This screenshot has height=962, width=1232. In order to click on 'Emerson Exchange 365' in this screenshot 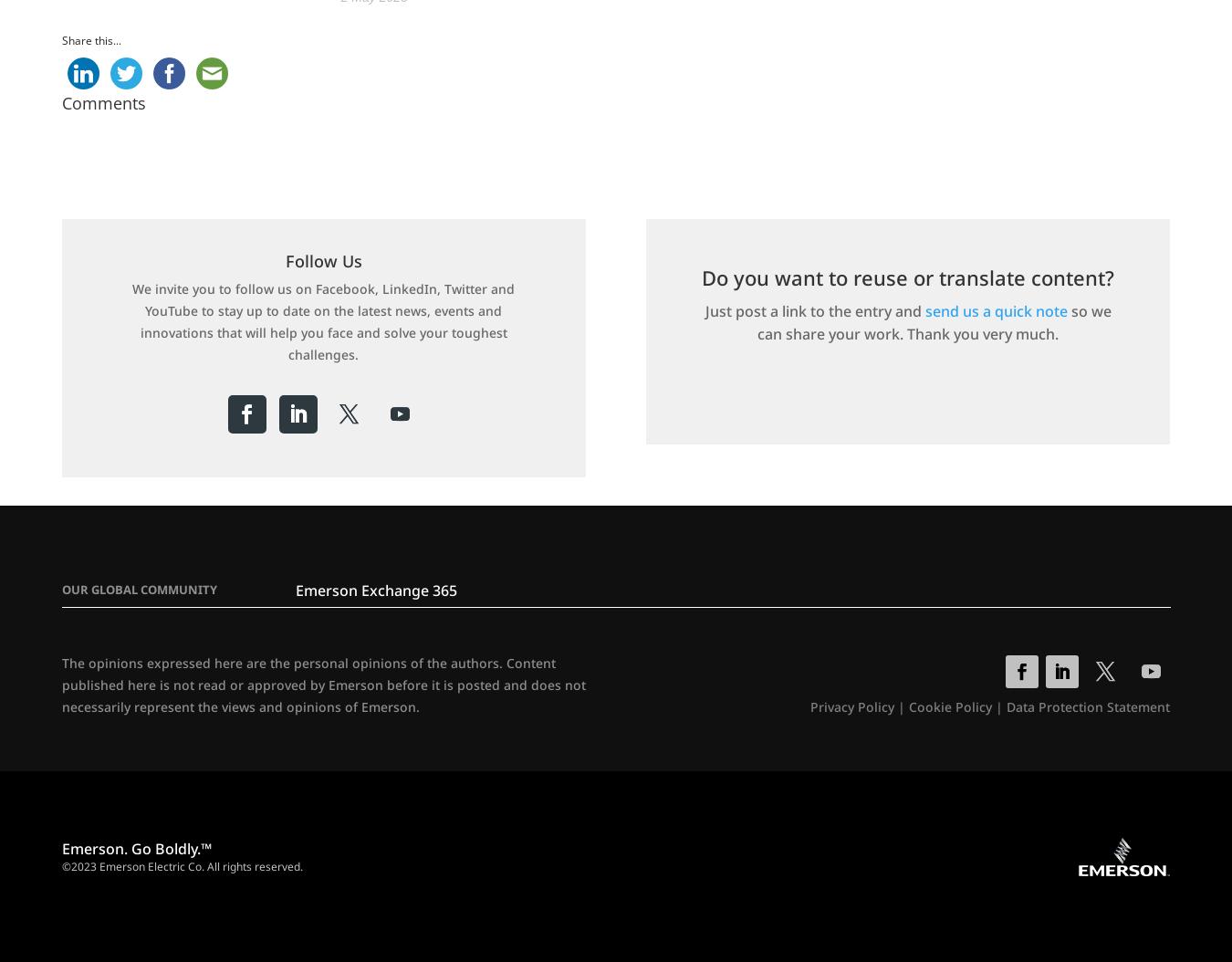, I will do `click(375, 591)`.